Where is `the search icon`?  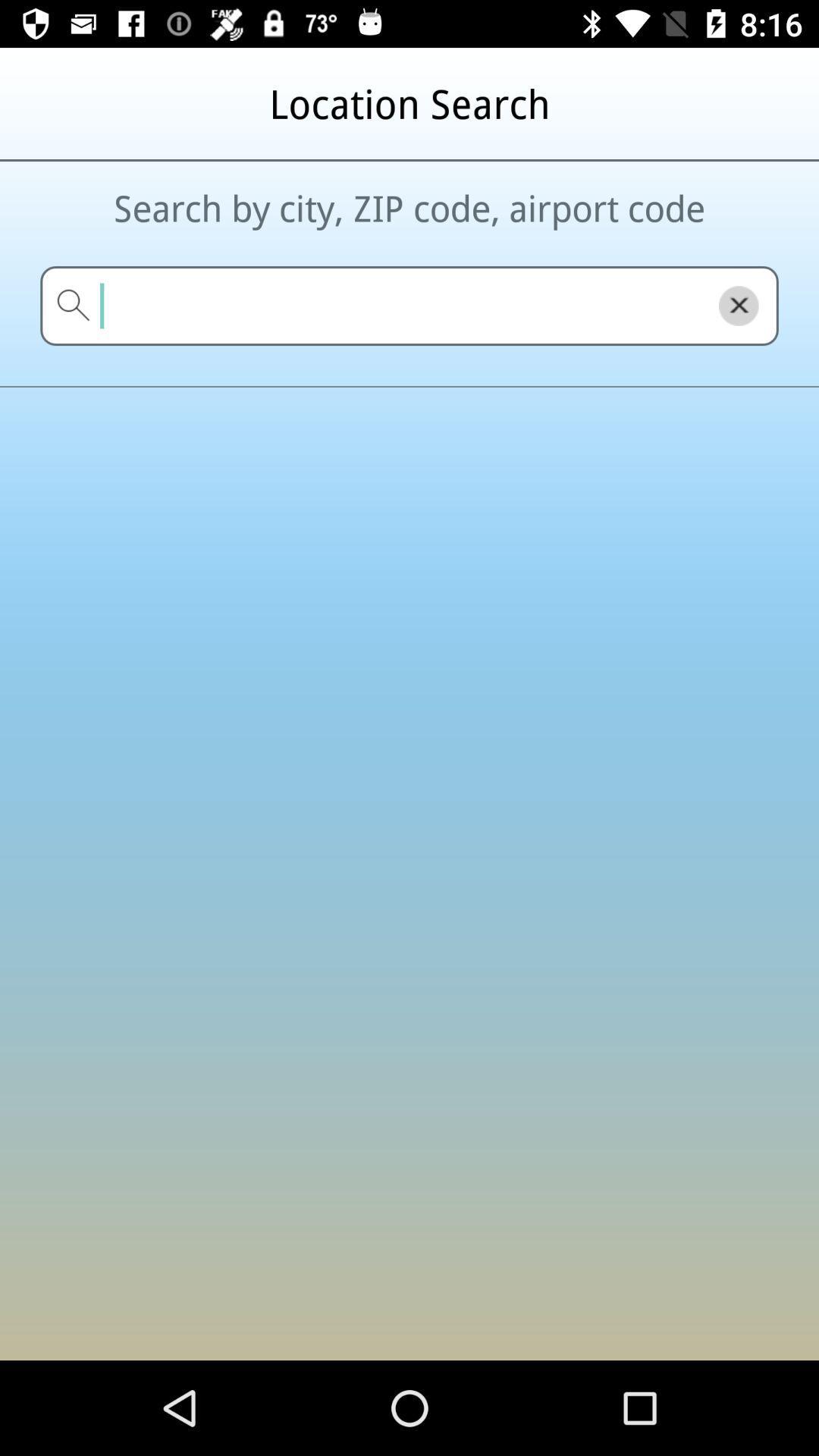 the search icon is located at coordinates (74, 305).